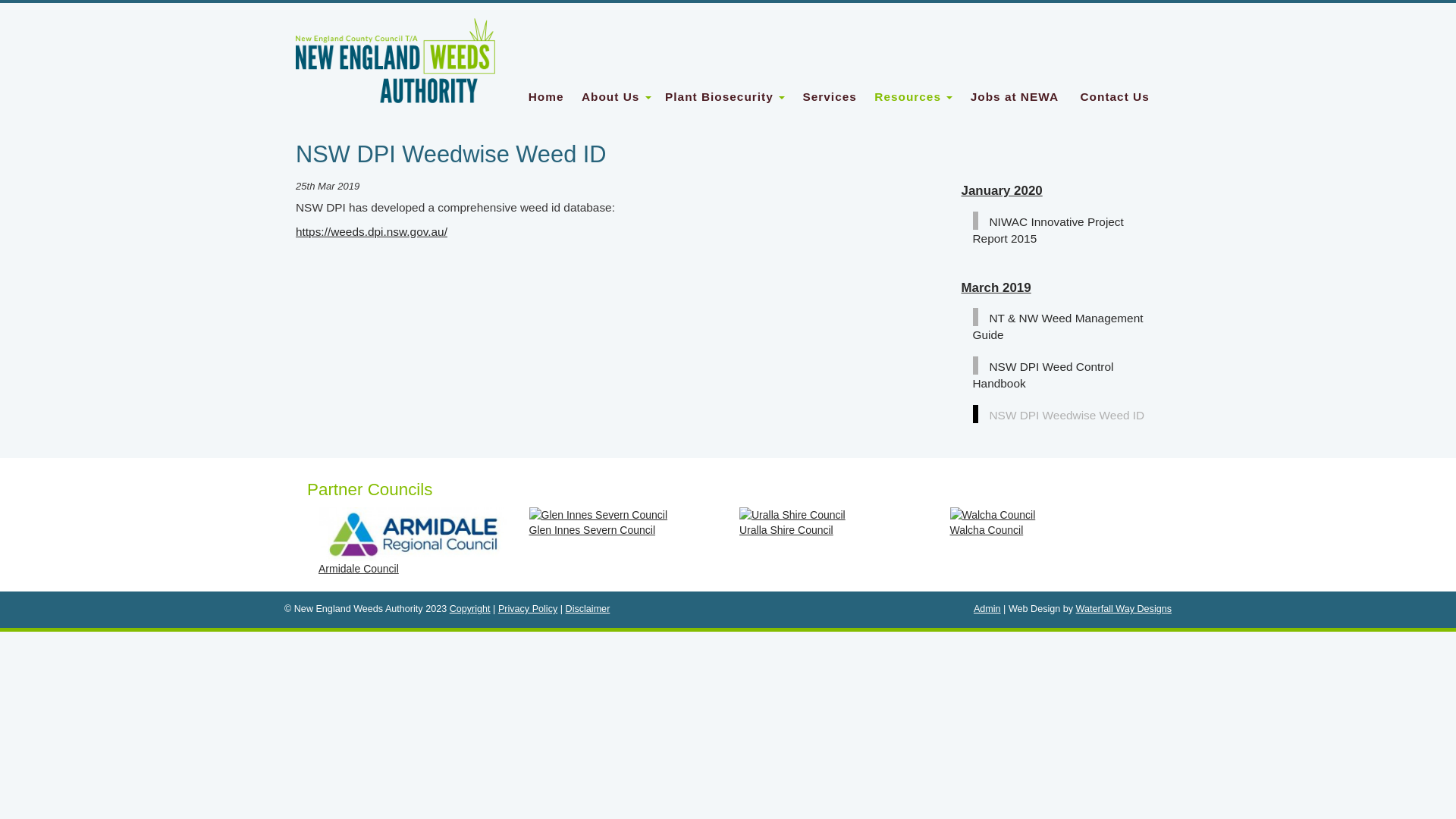  I want to click on 'Armidale Council', so click(412, 541).